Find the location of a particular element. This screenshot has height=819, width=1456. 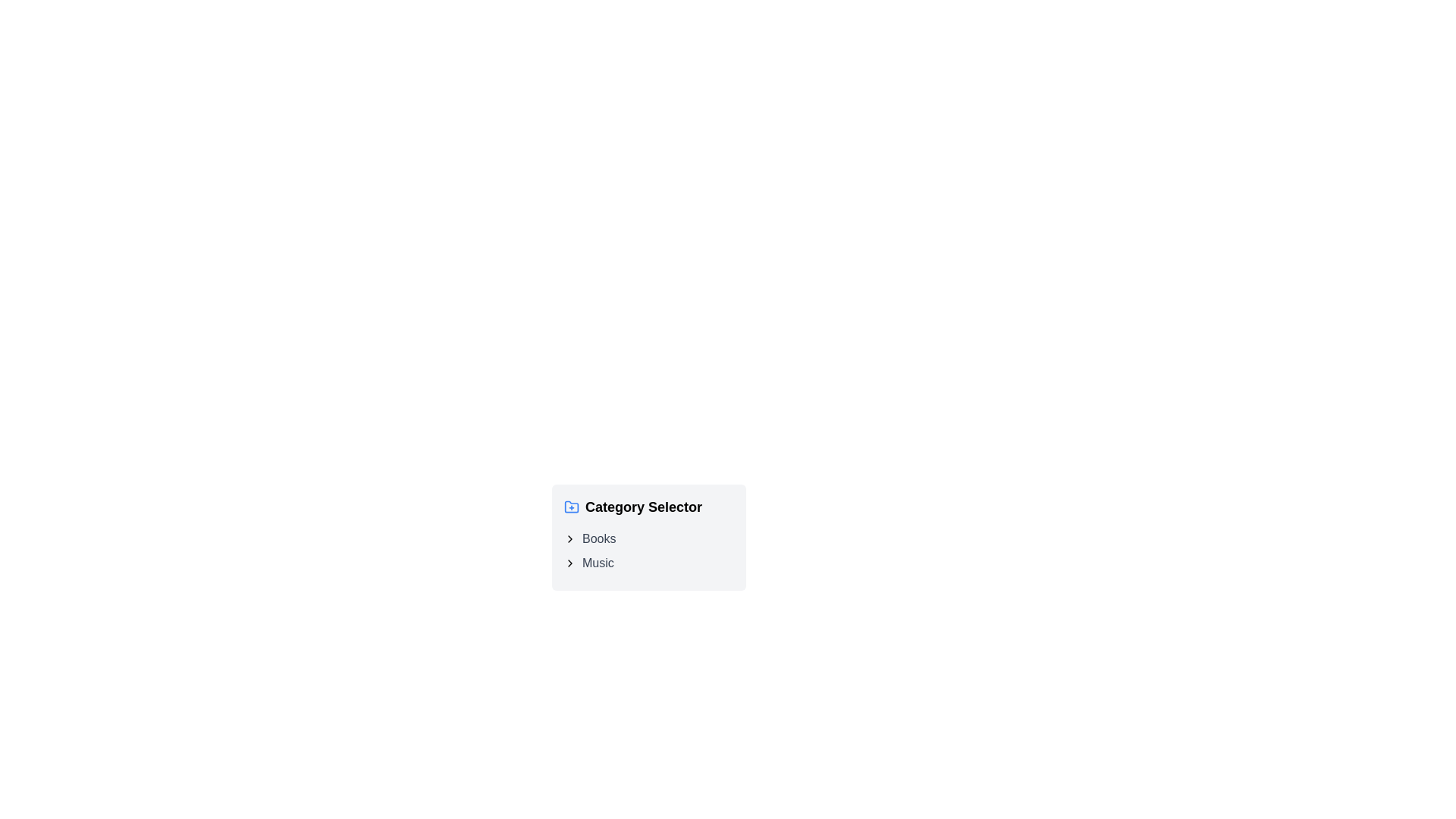

the blue folder icon with a plus sign located to the left of the 'Category Selector' label is located at coordinates (570, 507).